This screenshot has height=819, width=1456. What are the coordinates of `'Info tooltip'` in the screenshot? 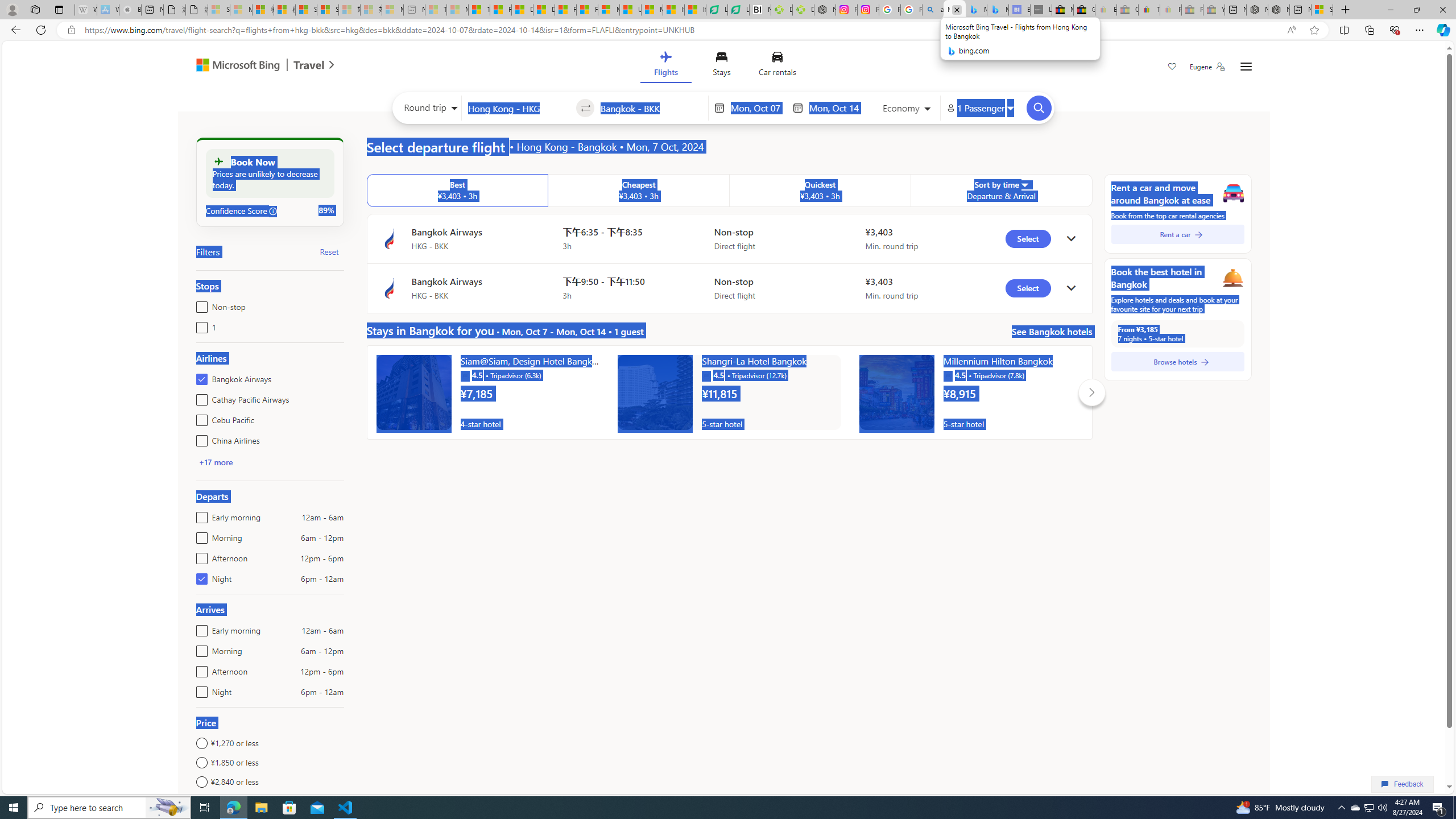 It's located at (274, 211).